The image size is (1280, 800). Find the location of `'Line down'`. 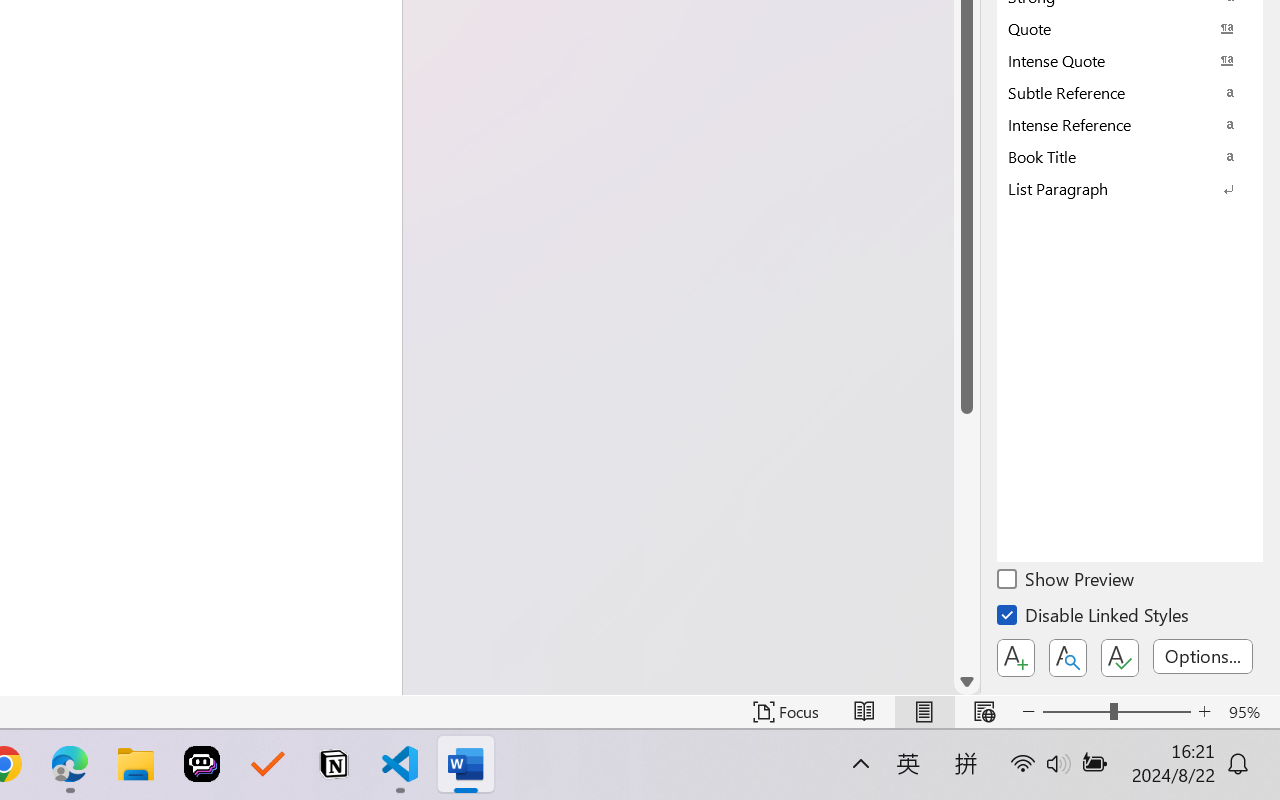

'Line down' is located at coordinates (967, 682).